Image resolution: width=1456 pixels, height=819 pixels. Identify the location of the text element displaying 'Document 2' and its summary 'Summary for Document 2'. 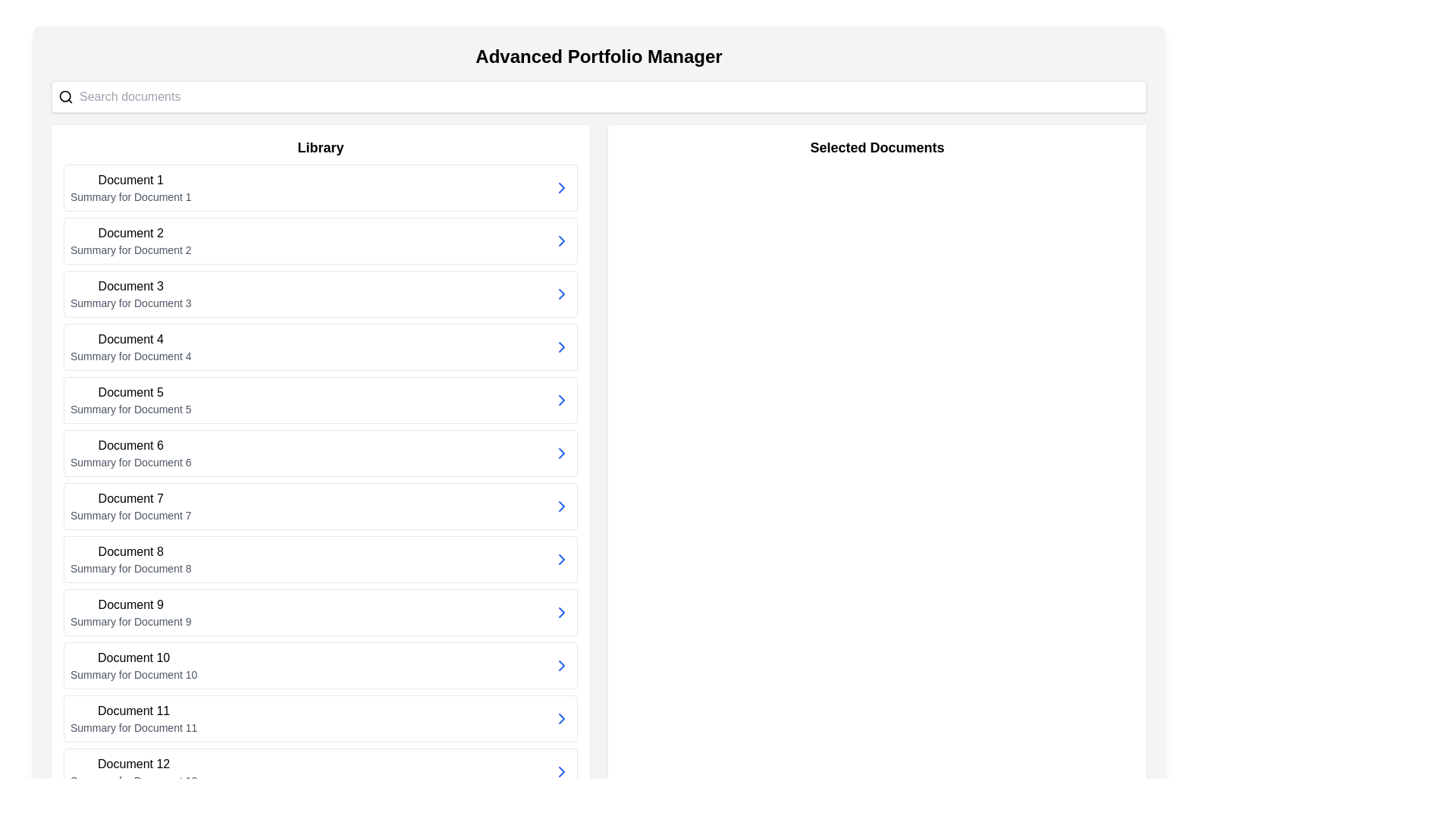
(130, 240).